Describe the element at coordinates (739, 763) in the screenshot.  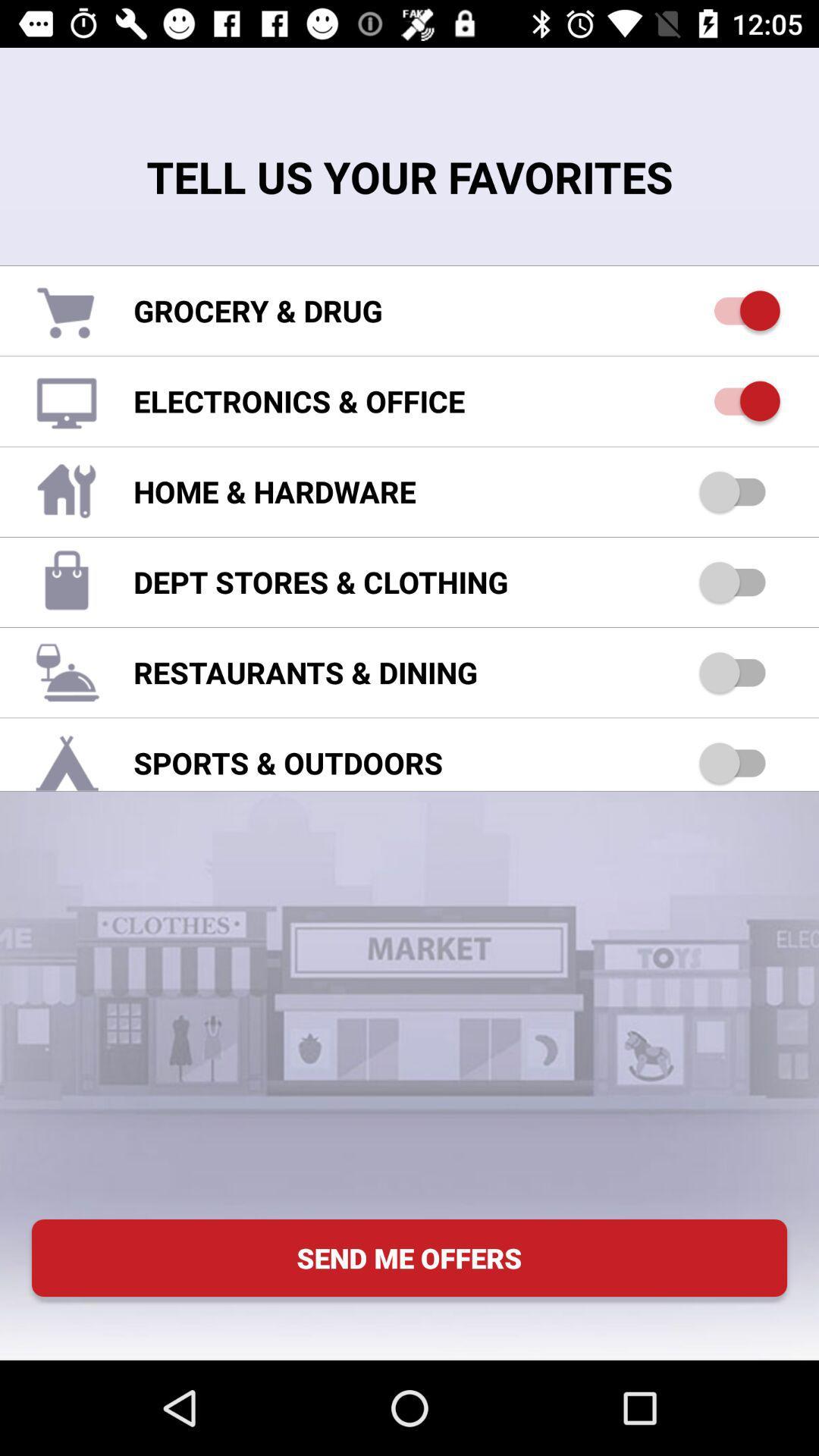
I see `switch sports outdoor under favorites` at that location.